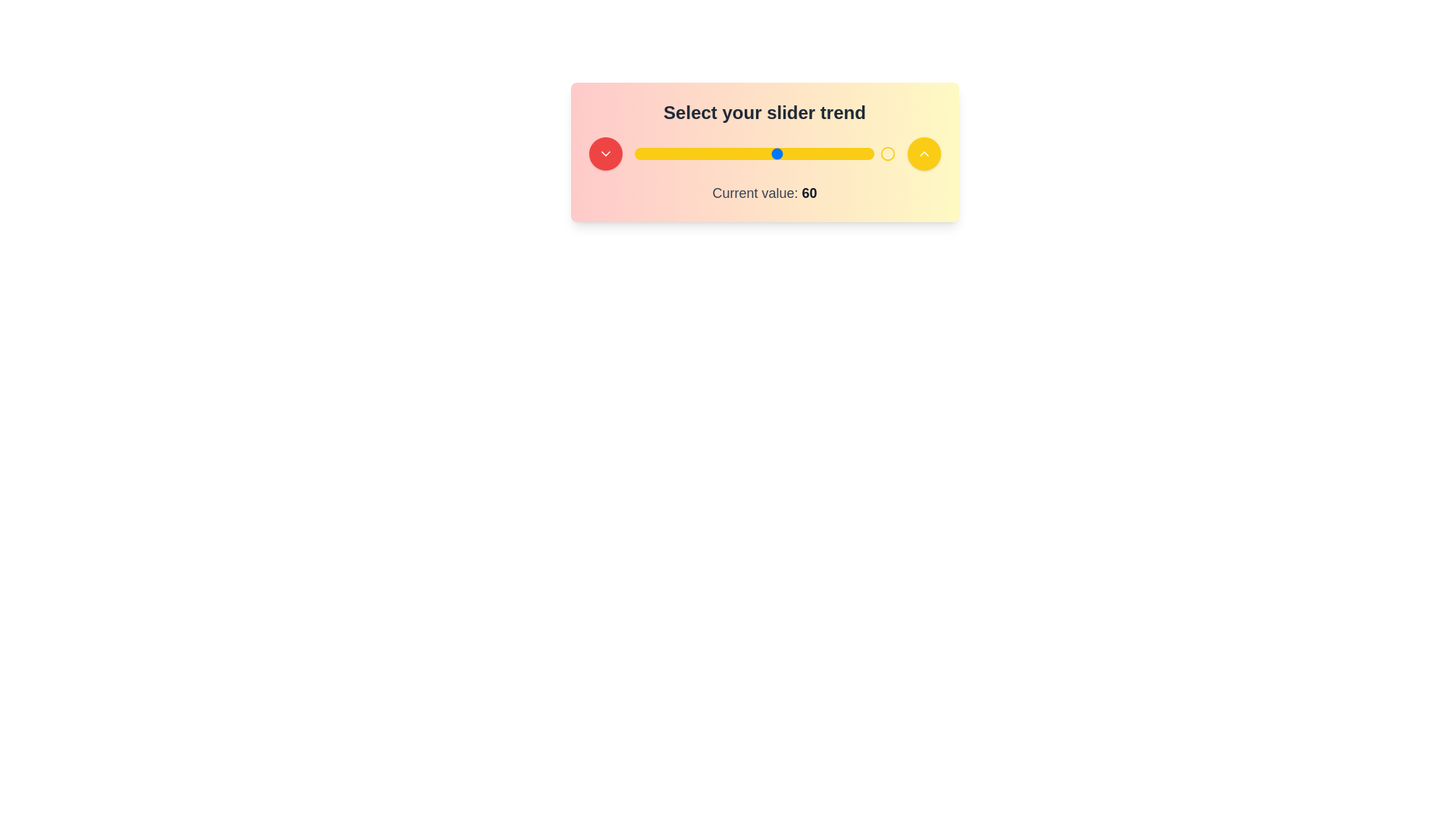 This screenshot has height=819, width=1456. Describe the element at coordinates (604, 154) in the screenshot. I see `decrease button to lower the value` at that location.